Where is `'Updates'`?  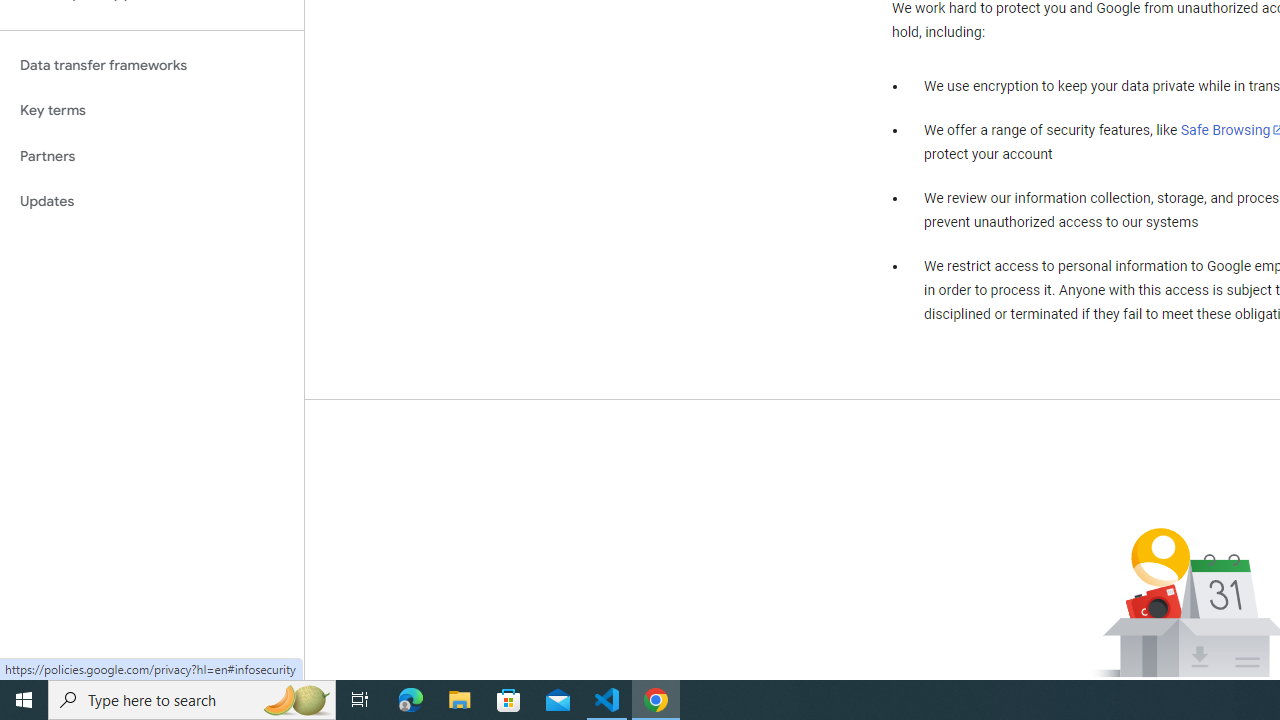 'Updates' is located at coordinates (151, 201).